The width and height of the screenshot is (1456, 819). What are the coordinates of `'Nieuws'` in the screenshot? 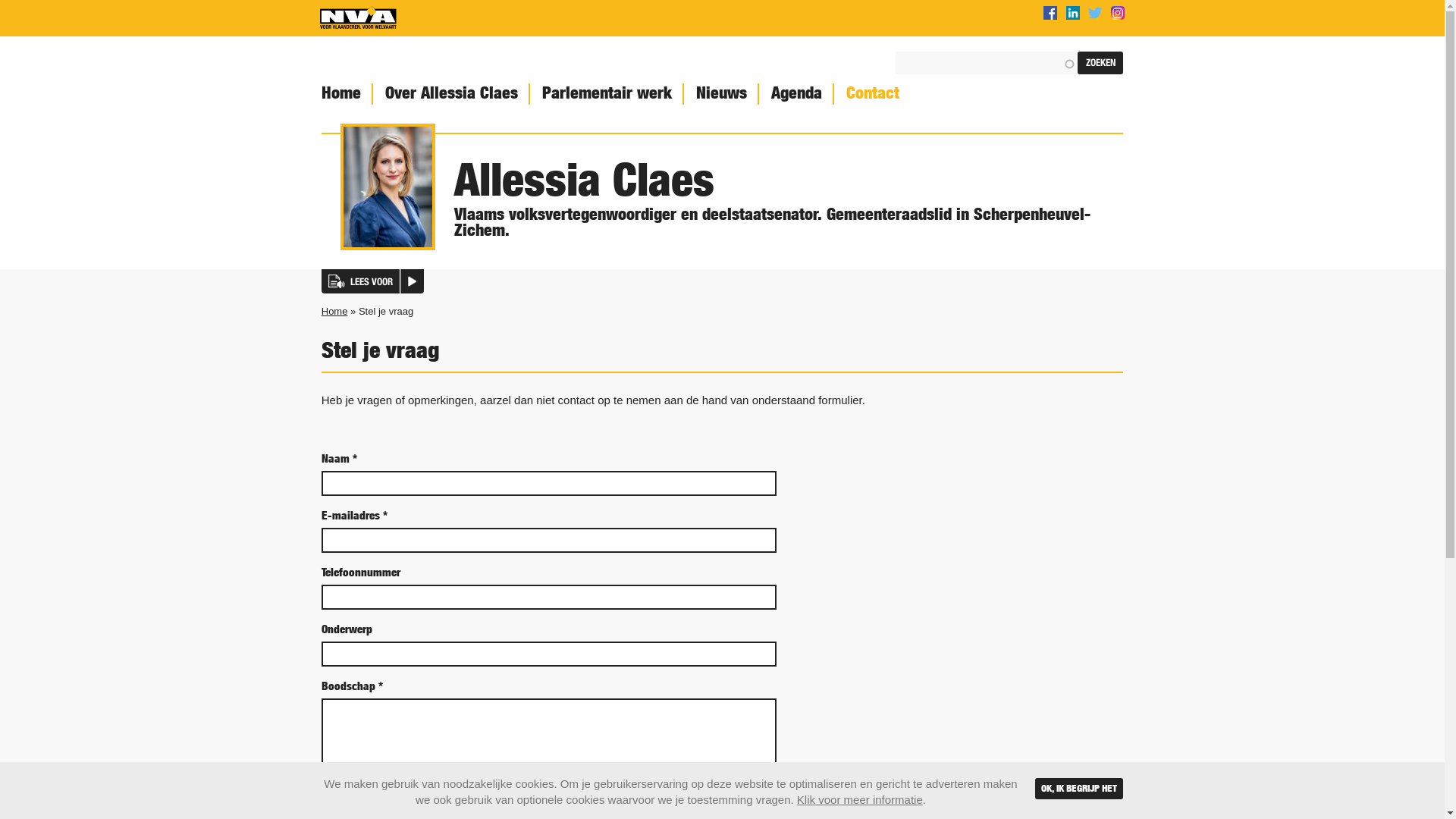 It's located at (719, 93).